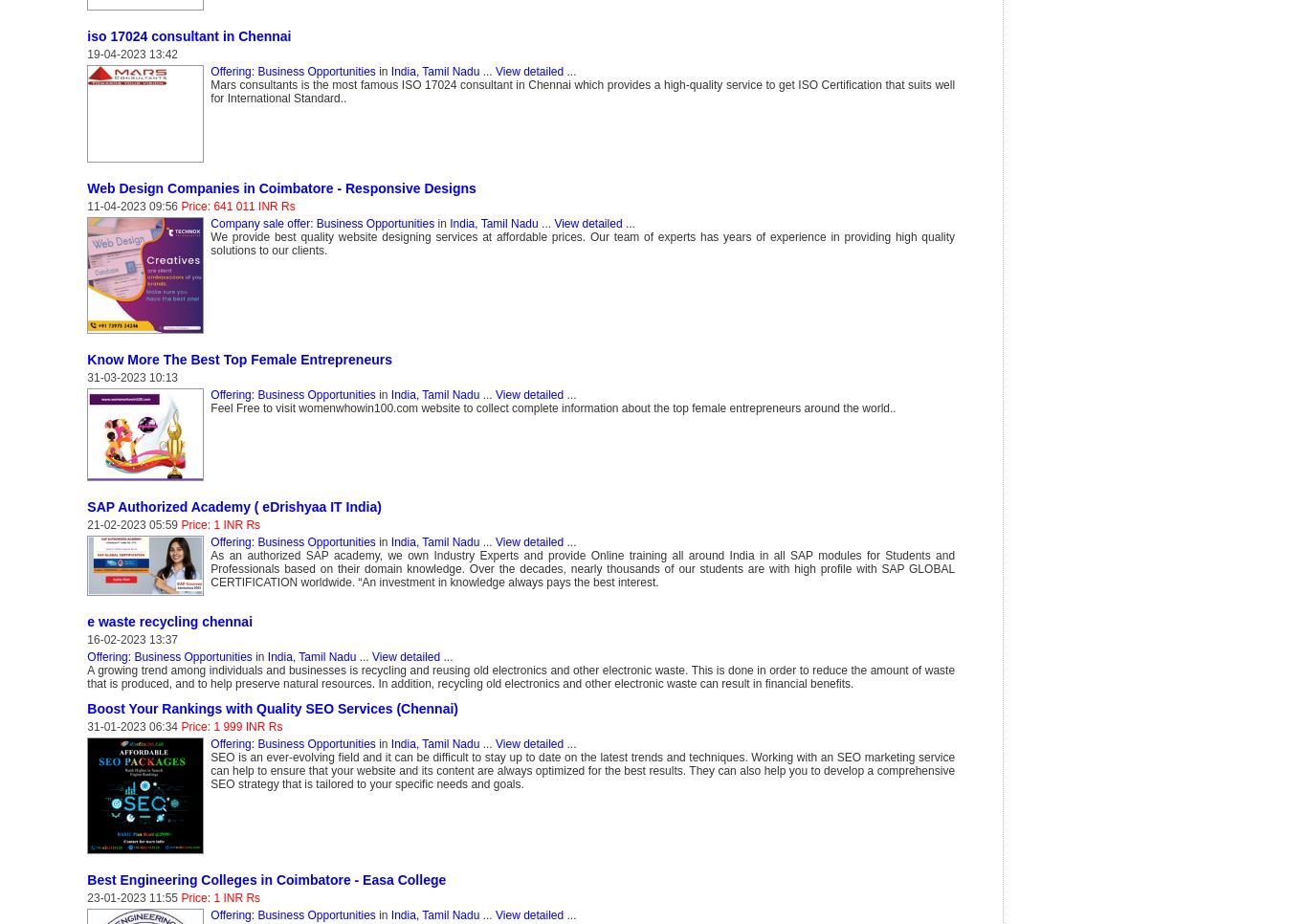  What do you see at coordinates (233, 507) in the screenshot?
I see `'SAP Authorized Academy ( eDrishyaa IT India)'` at bounding box center [233, 507].